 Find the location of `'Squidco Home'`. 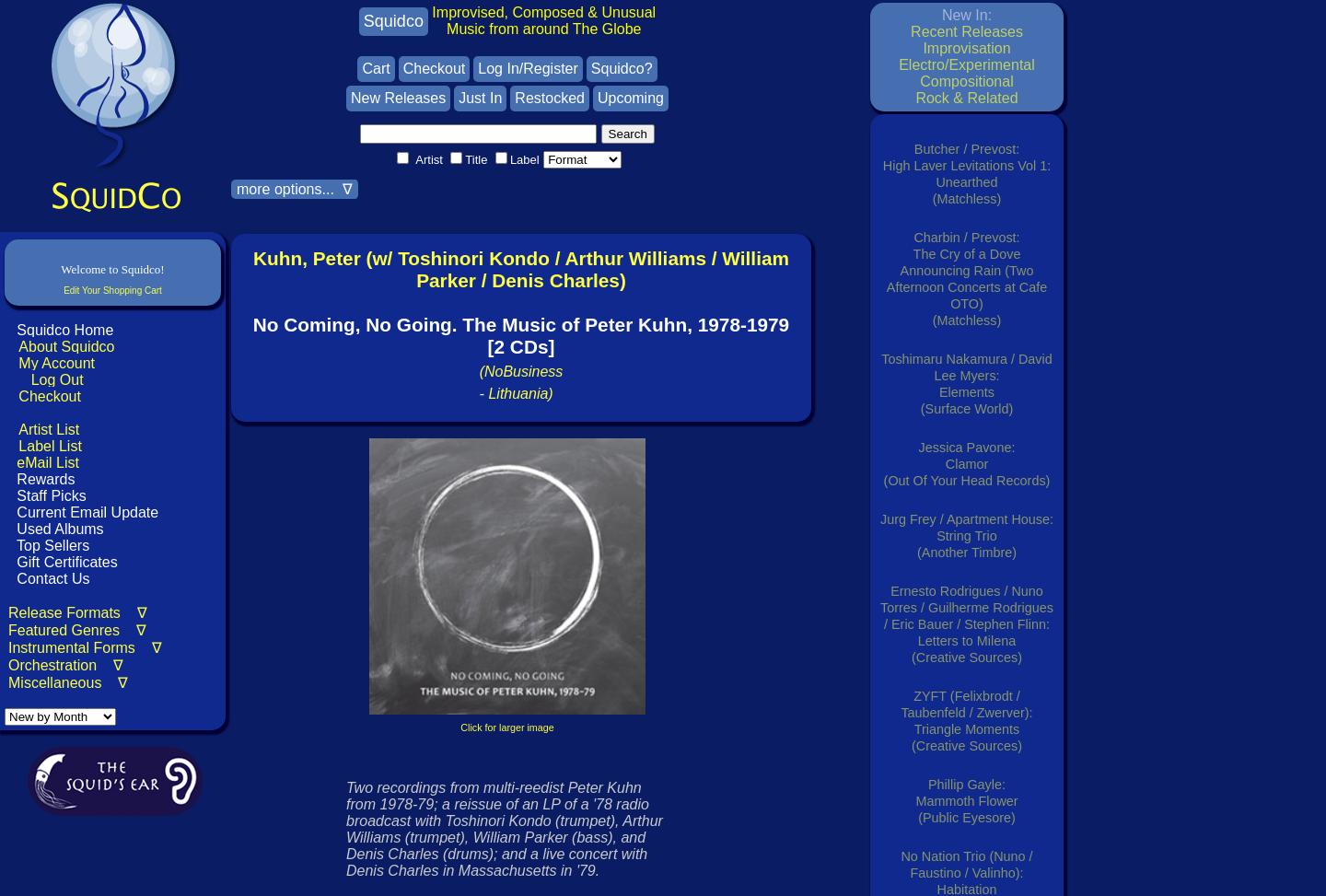

'Squidco Home' is located at coordinates (64, 329).